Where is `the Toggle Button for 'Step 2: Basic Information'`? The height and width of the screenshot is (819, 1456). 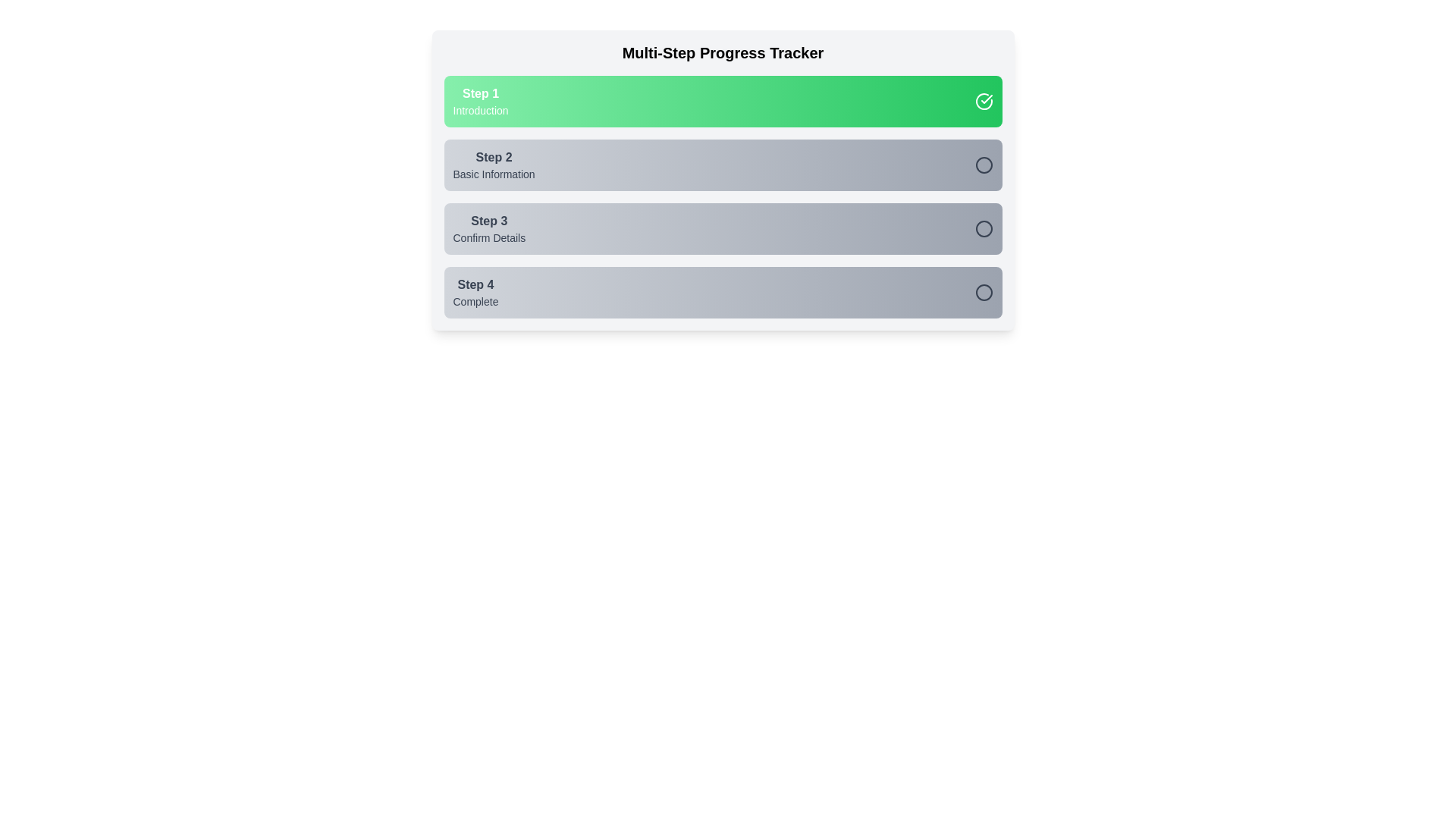
the Toggle Button for 'Step 2: Basic Information' is located at coordinates (984, 165).